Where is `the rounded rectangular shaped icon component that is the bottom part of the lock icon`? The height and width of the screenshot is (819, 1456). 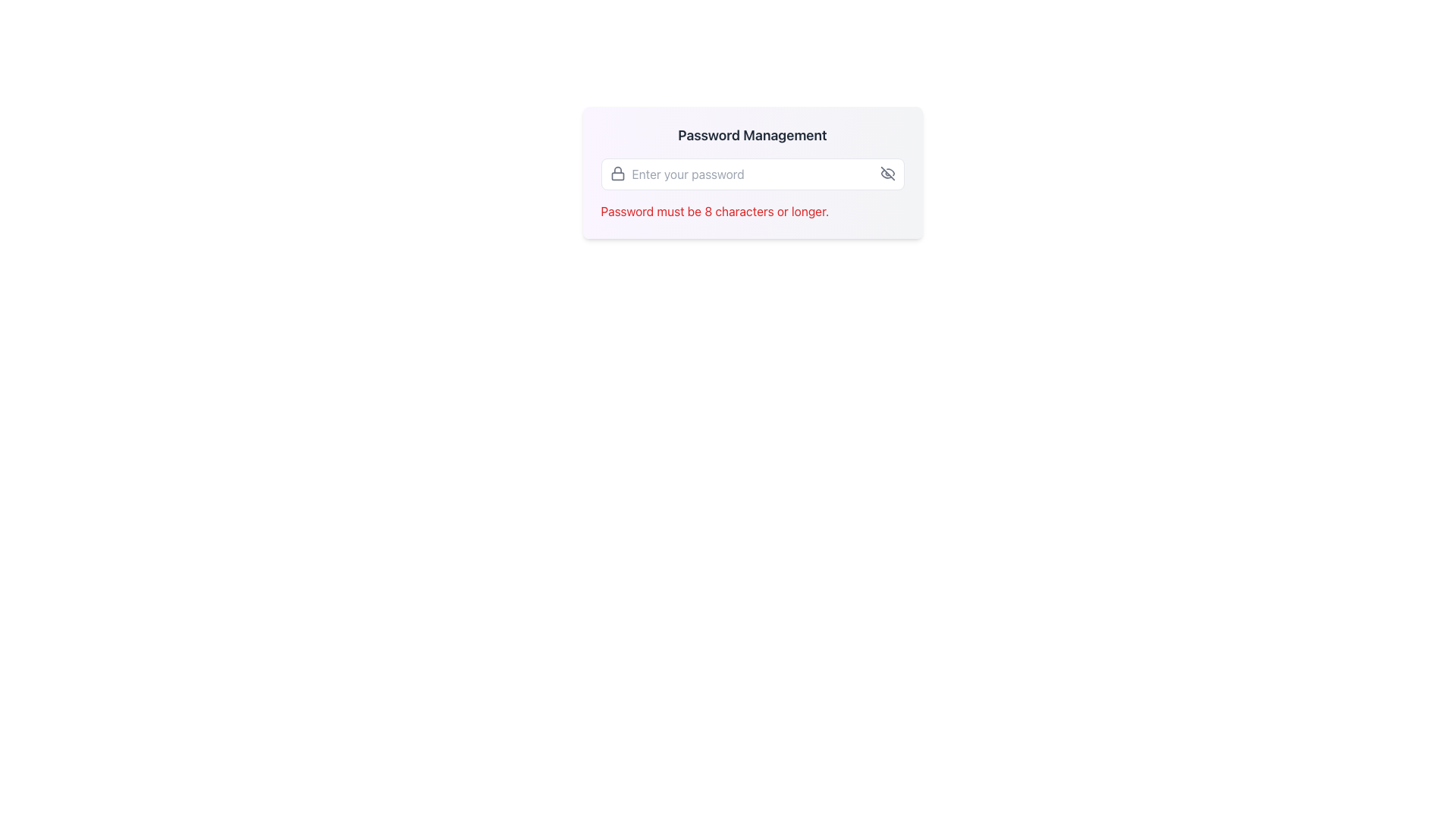 the rounded rectangular shaped icon component that is the bottom part of the lock icon is located at coordinates (617, 175).